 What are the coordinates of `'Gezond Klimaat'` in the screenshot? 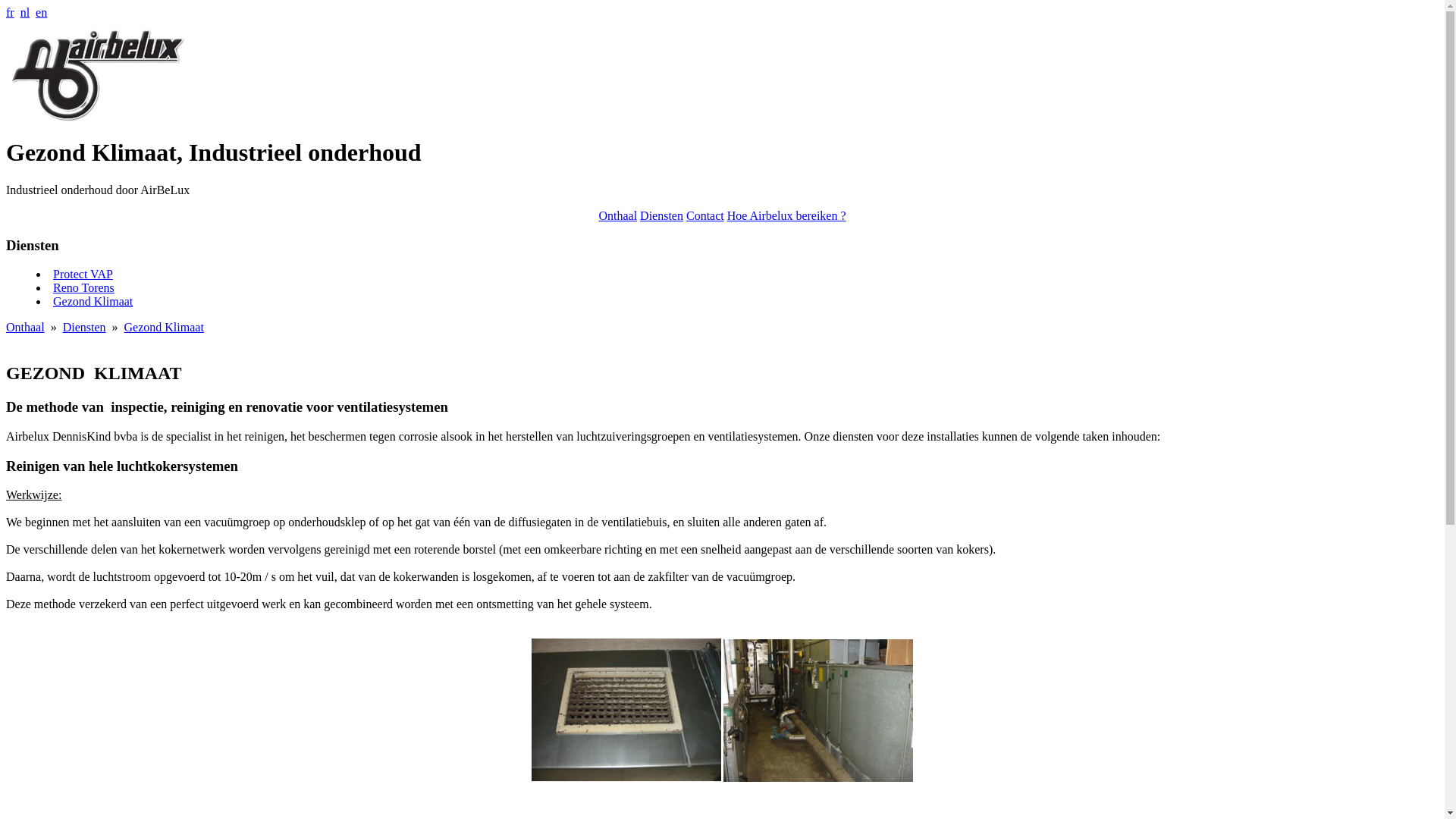 It's located at (164, 326).